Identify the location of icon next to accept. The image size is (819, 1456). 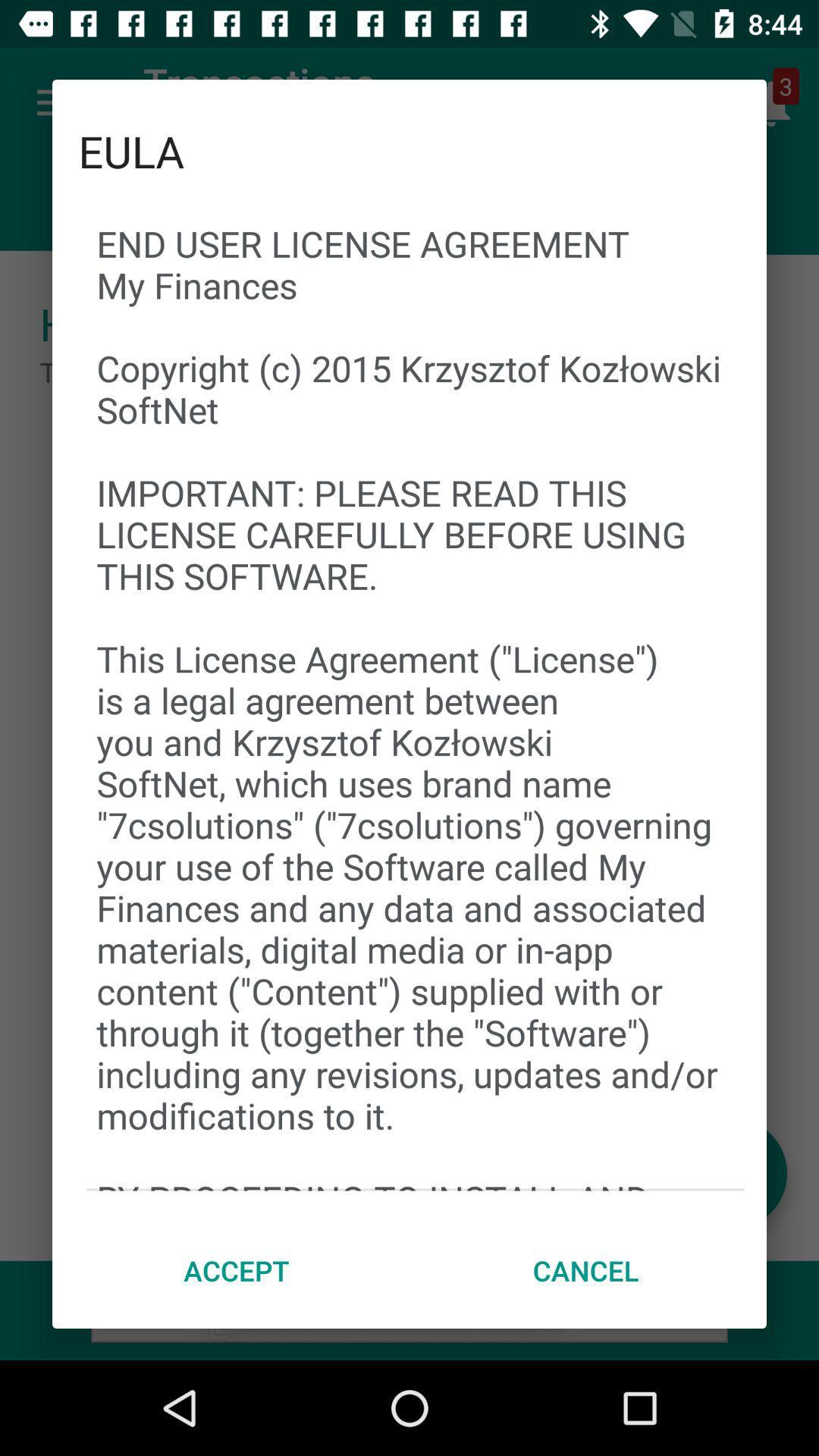
(585, 1270).